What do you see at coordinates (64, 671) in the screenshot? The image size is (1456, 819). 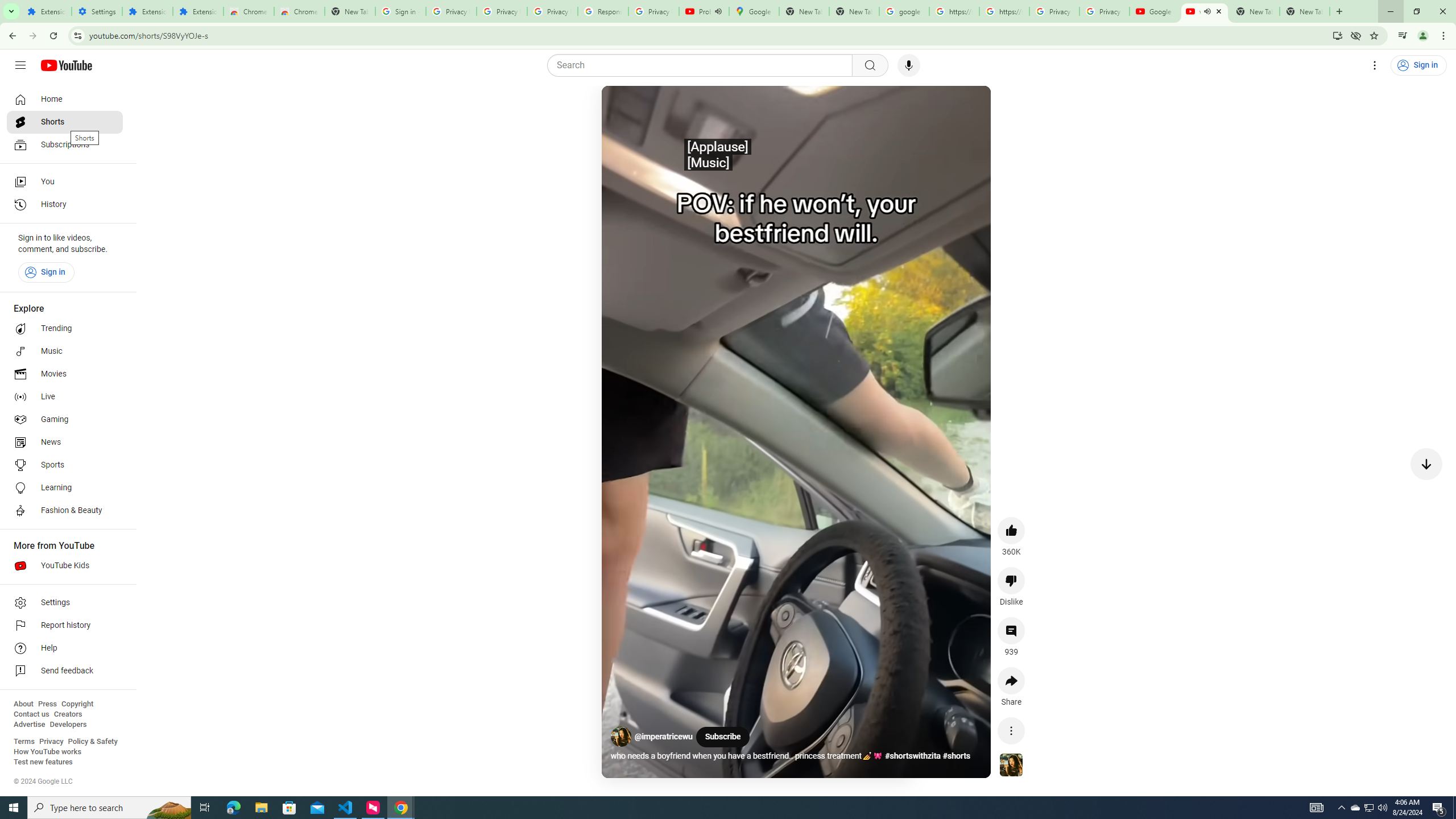 I see `'Send feedback'` at bounding box center [64, 671].